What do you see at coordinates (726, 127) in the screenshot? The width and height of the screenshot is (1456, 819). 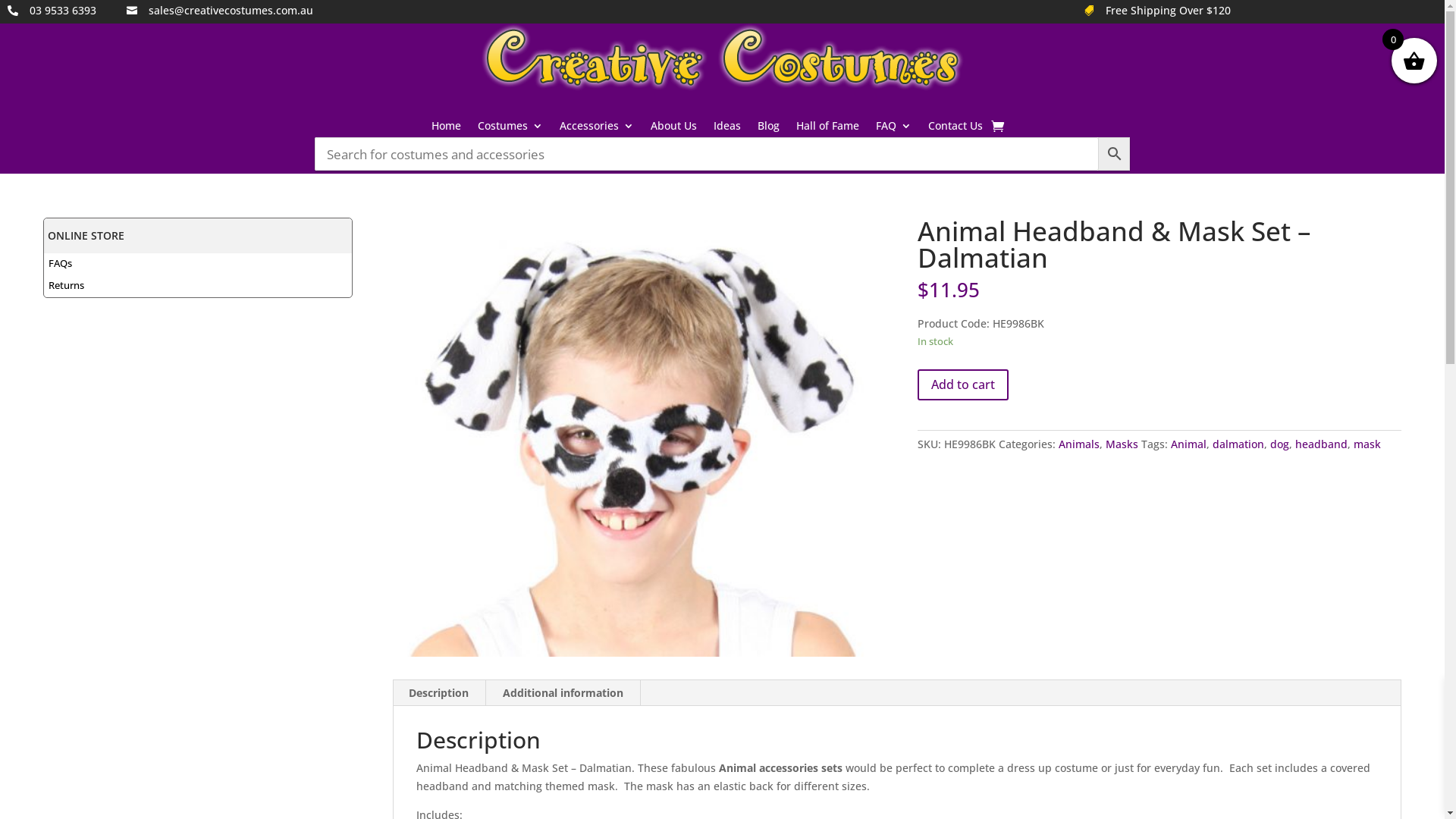 I see `'Ideas'` at bounding box center [726, 127].